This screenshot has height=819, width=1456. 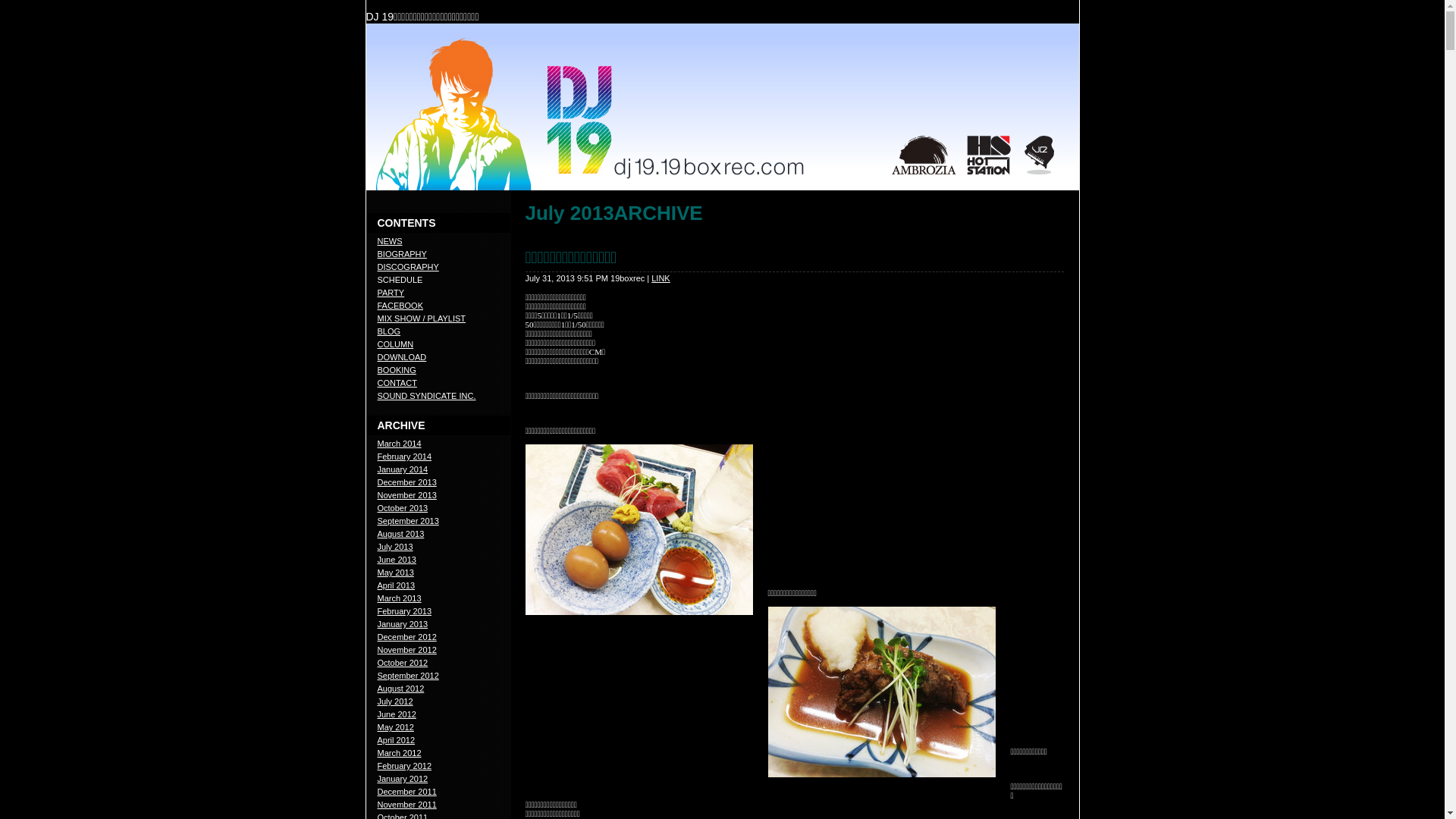 I want to click on 'July 2013', so click(x=395, y=547).